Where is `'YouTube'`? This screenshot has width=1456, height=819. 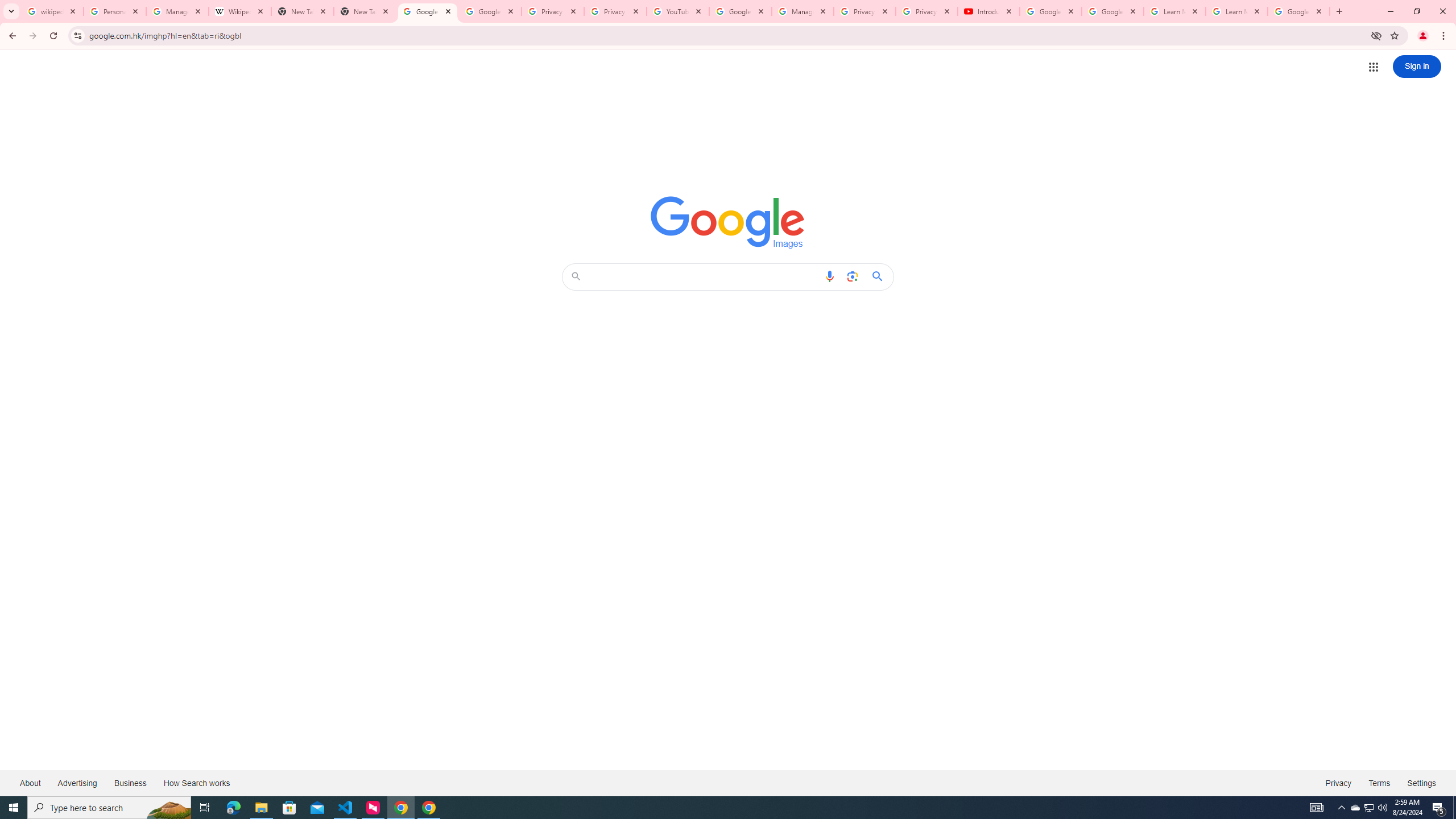
'YouTube' is located at coordinates (677, 11).